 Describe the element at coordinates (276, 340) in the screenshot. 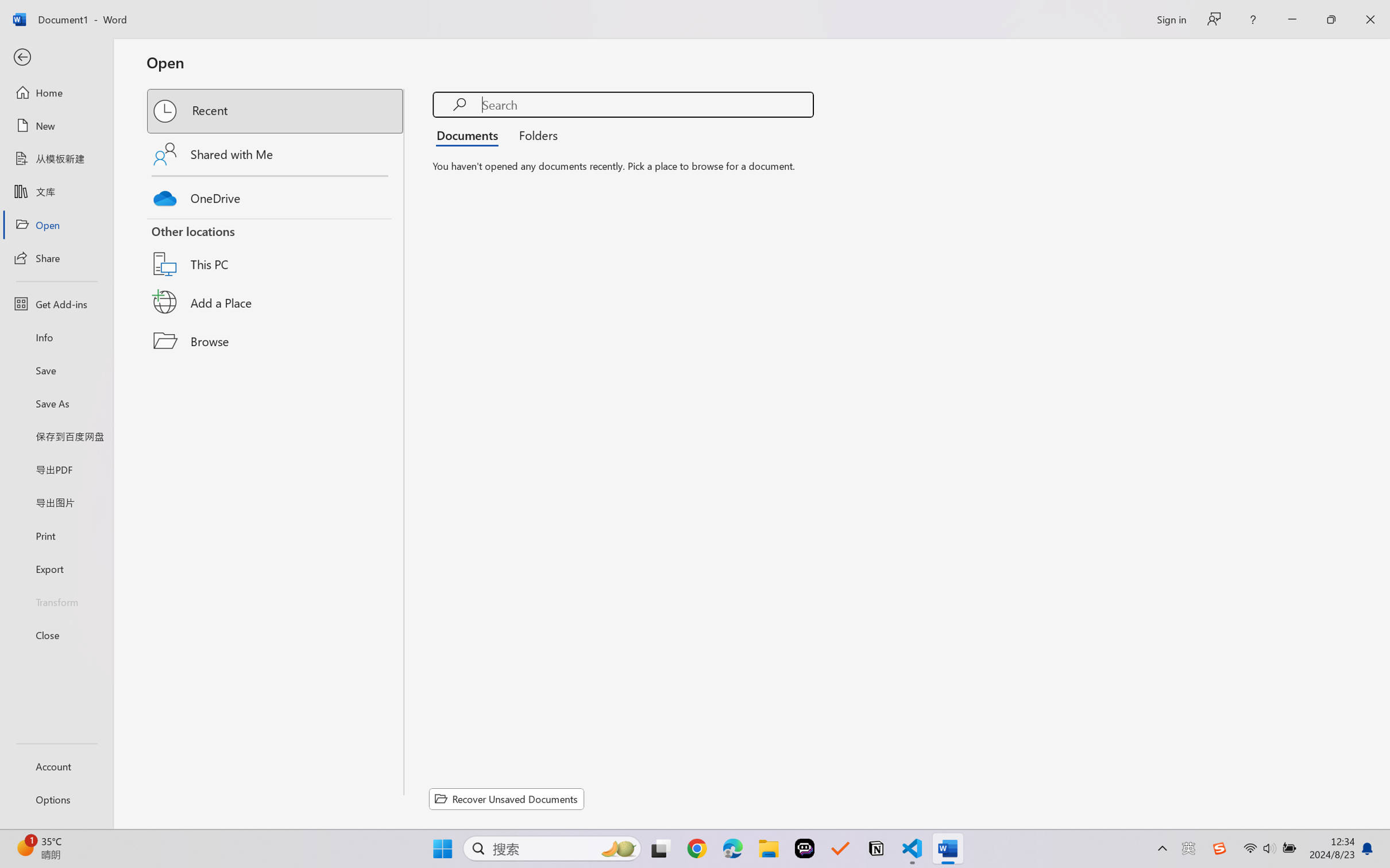

I see `'Browse'` at that location.